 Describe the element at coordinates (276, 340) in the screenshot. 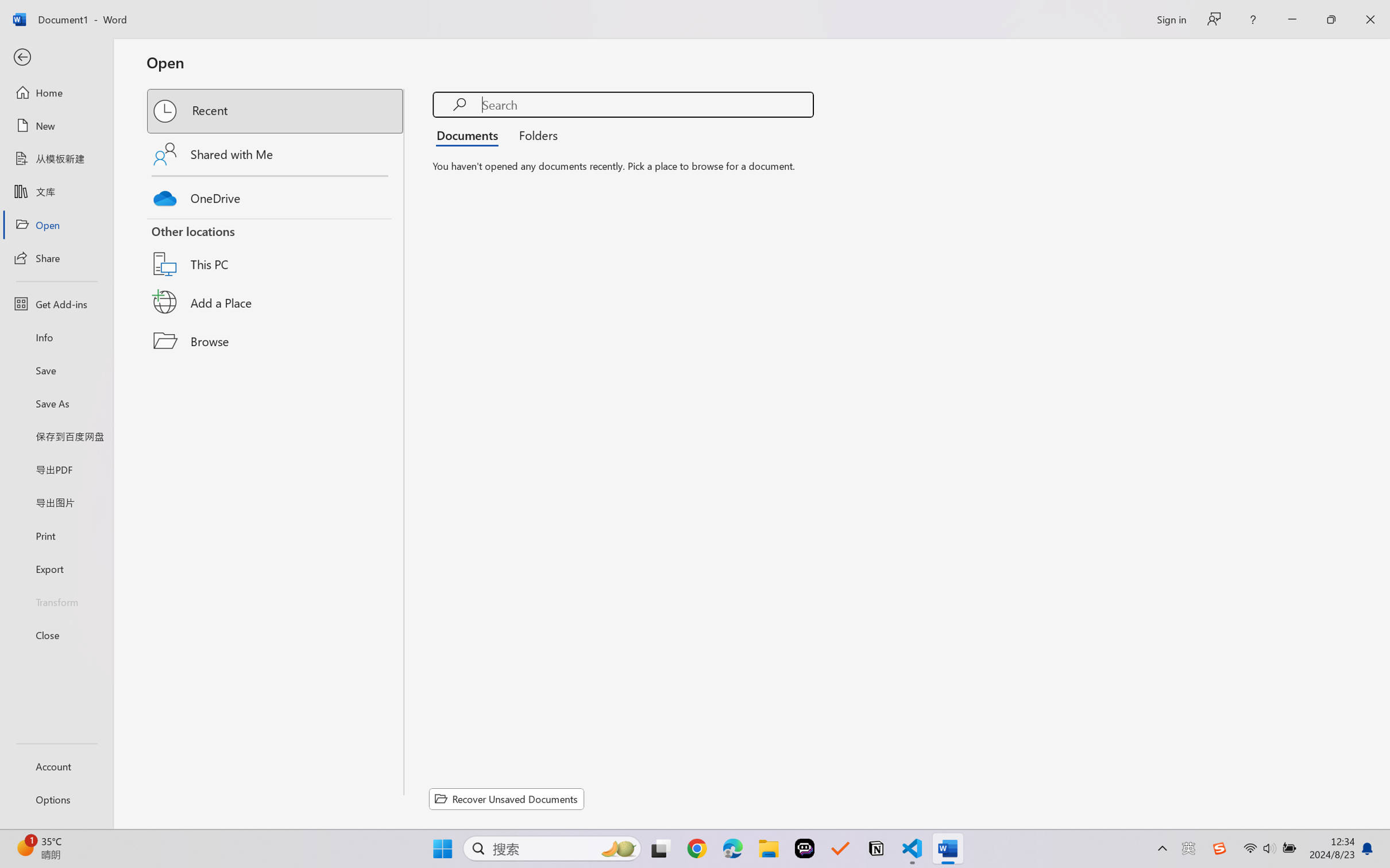

I see `'Browse'` at that location.